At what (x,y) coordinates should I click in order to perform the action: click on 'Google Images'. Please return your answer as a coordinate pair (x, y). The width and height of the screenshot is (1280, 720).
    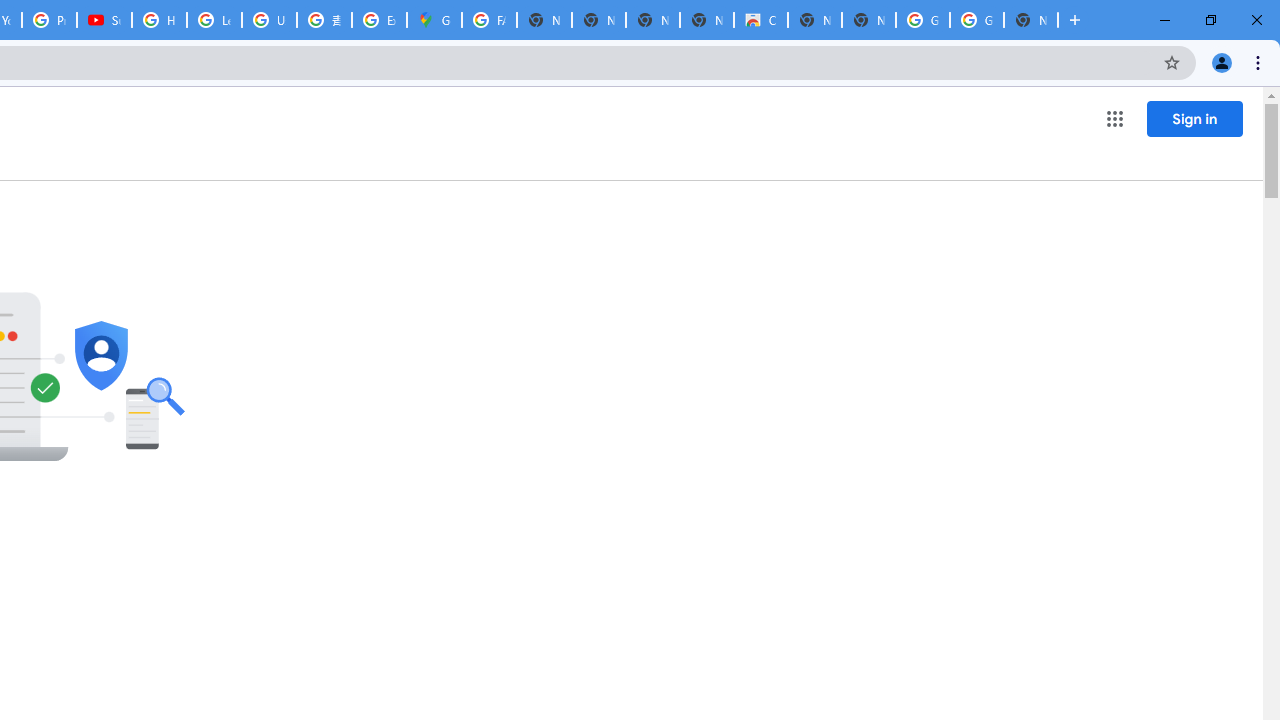
    Looking at the image, I should click on (921, 20).